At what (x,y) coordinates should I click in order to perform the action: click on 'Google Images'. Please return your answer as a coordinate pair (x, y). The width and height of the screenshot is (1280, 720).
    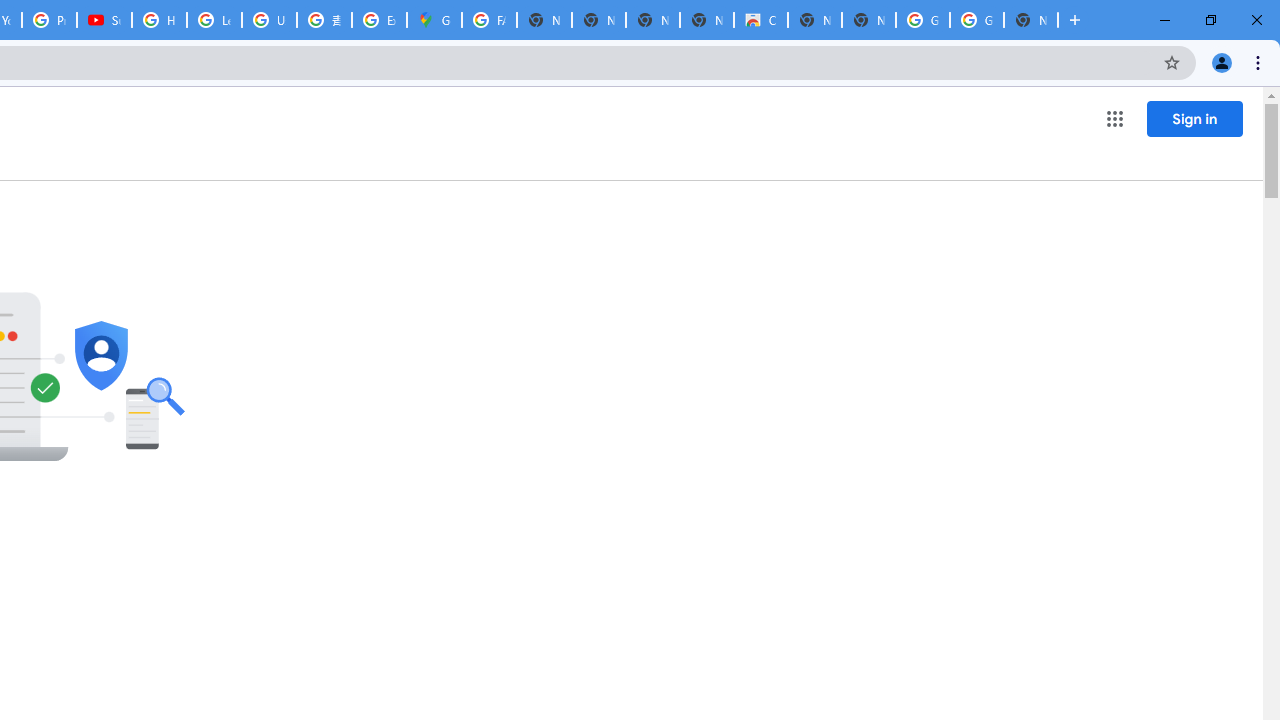
    Looking at the image, I should click on (921, 20).